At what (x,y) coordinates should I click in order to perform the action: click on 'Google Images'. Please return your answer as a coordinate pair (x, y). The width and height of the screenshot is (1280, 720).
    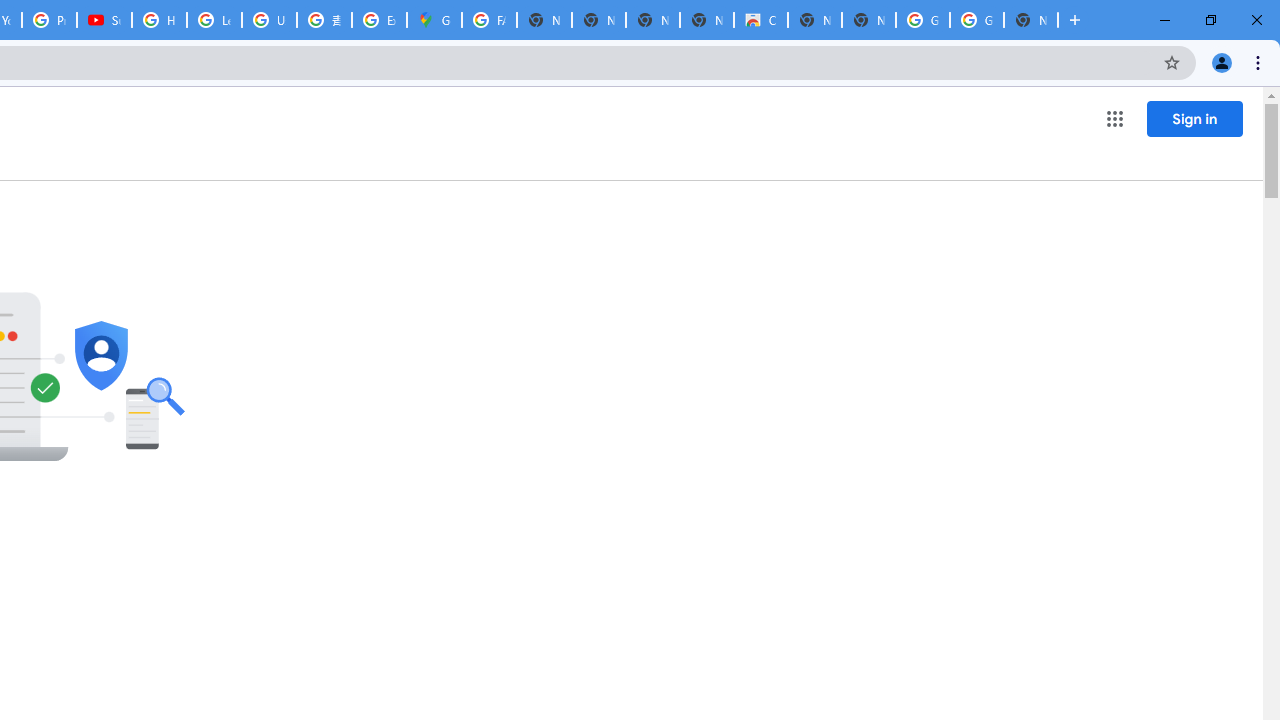
    Looking at the image, I should click on (921, 20).